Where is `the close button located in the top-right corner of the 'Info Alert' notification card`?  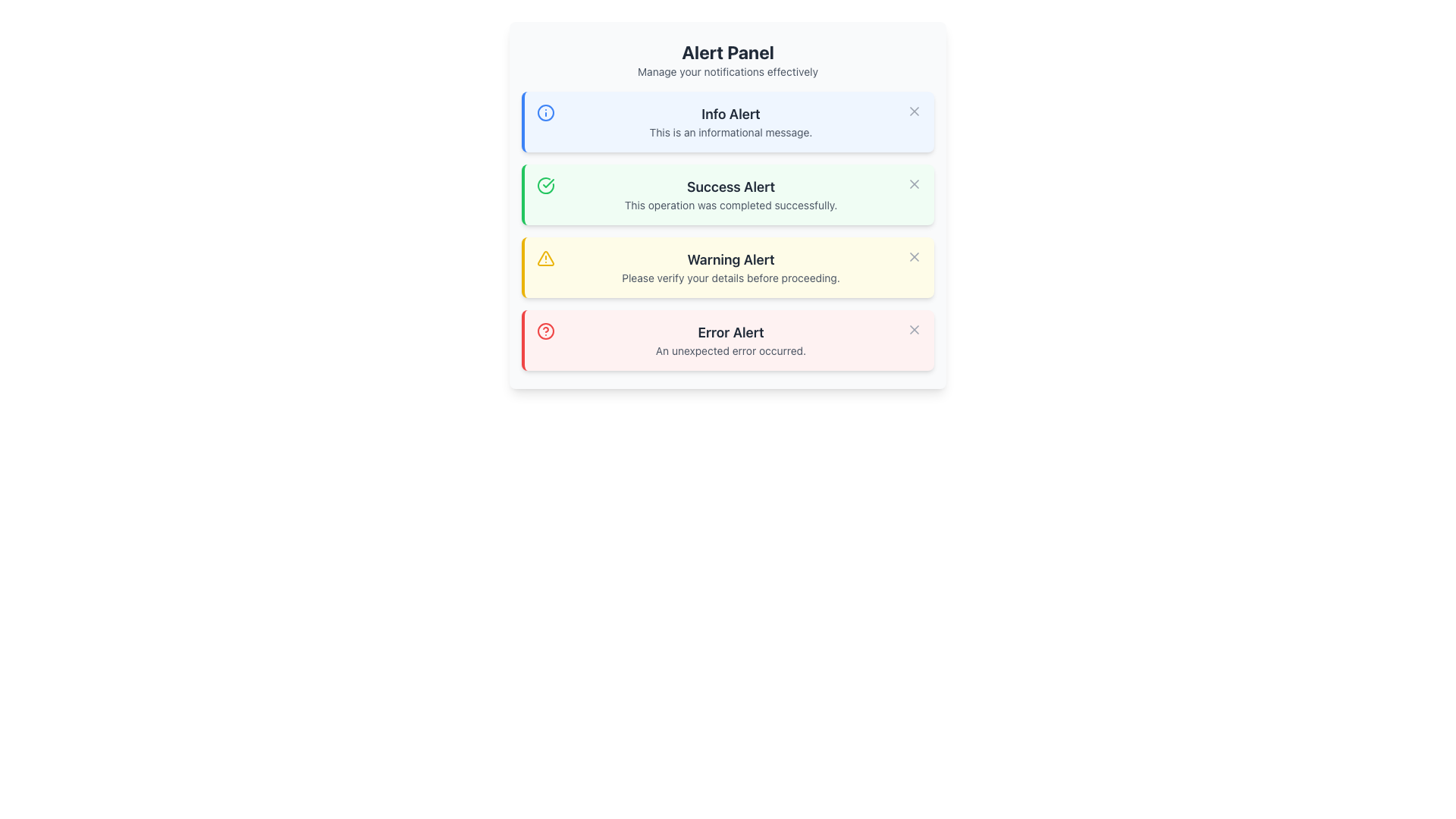
the close button located in the top-right corner of the 'Info Alert' notification card is located at coordinates (913, 110).